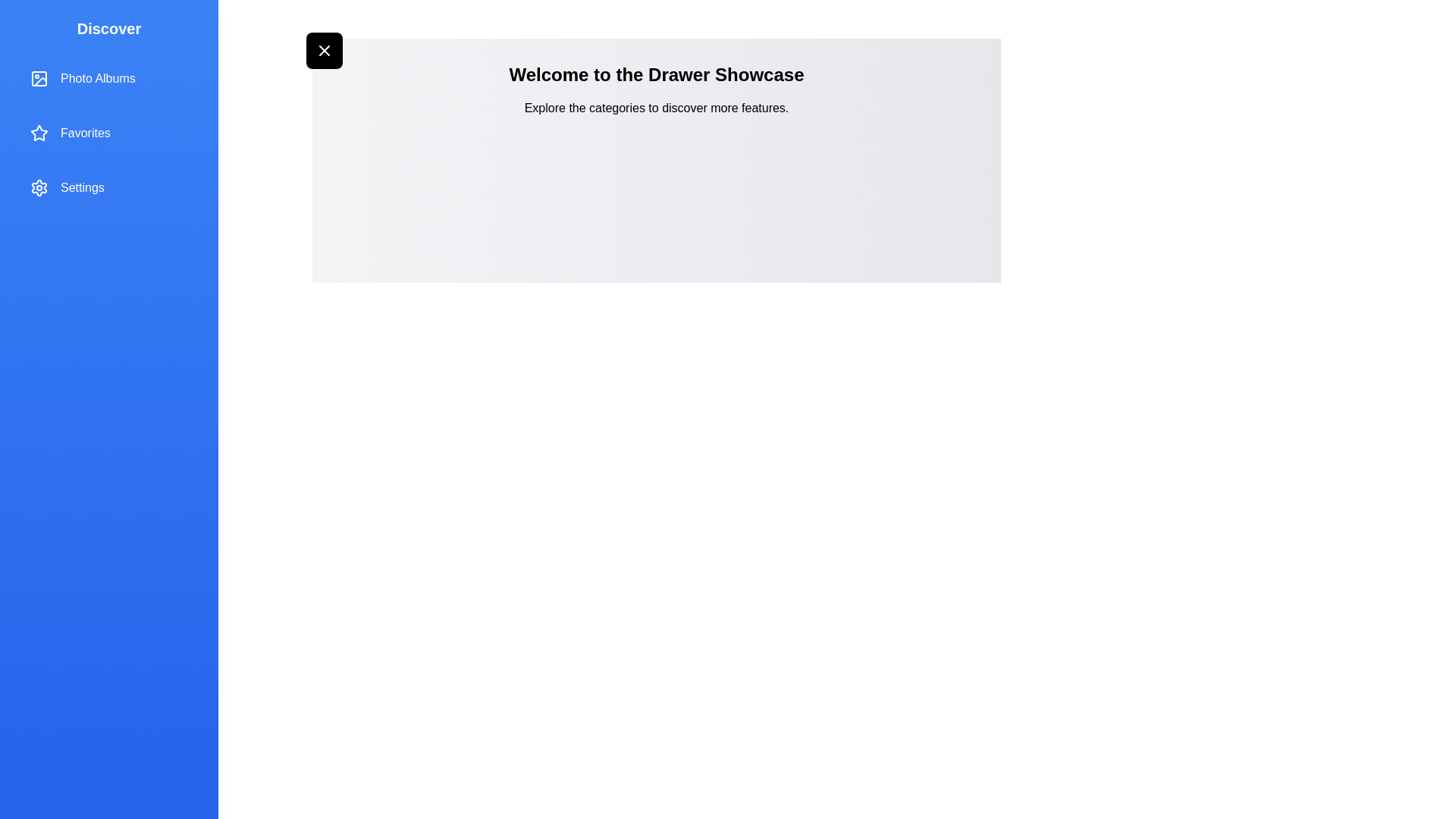 The height and width of the screenshot is (819, 1456). I want to click on the drawer item labeled 'Favorites' to select it, so click(108, 133).